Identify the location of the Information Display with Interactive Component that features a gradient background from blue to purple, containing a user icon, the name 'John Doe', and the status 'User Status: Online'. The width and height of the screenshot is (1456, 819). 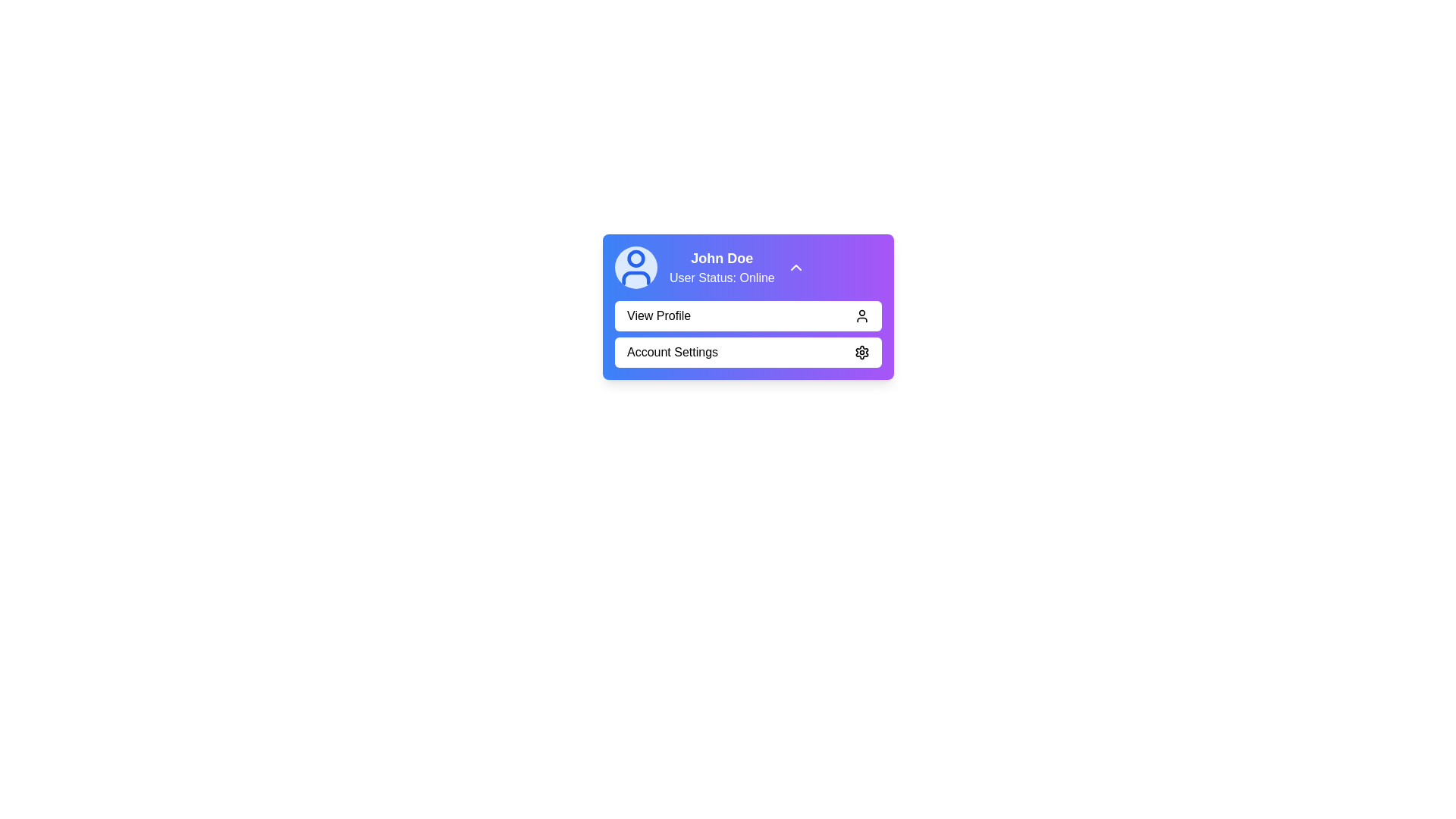
(748, 267).